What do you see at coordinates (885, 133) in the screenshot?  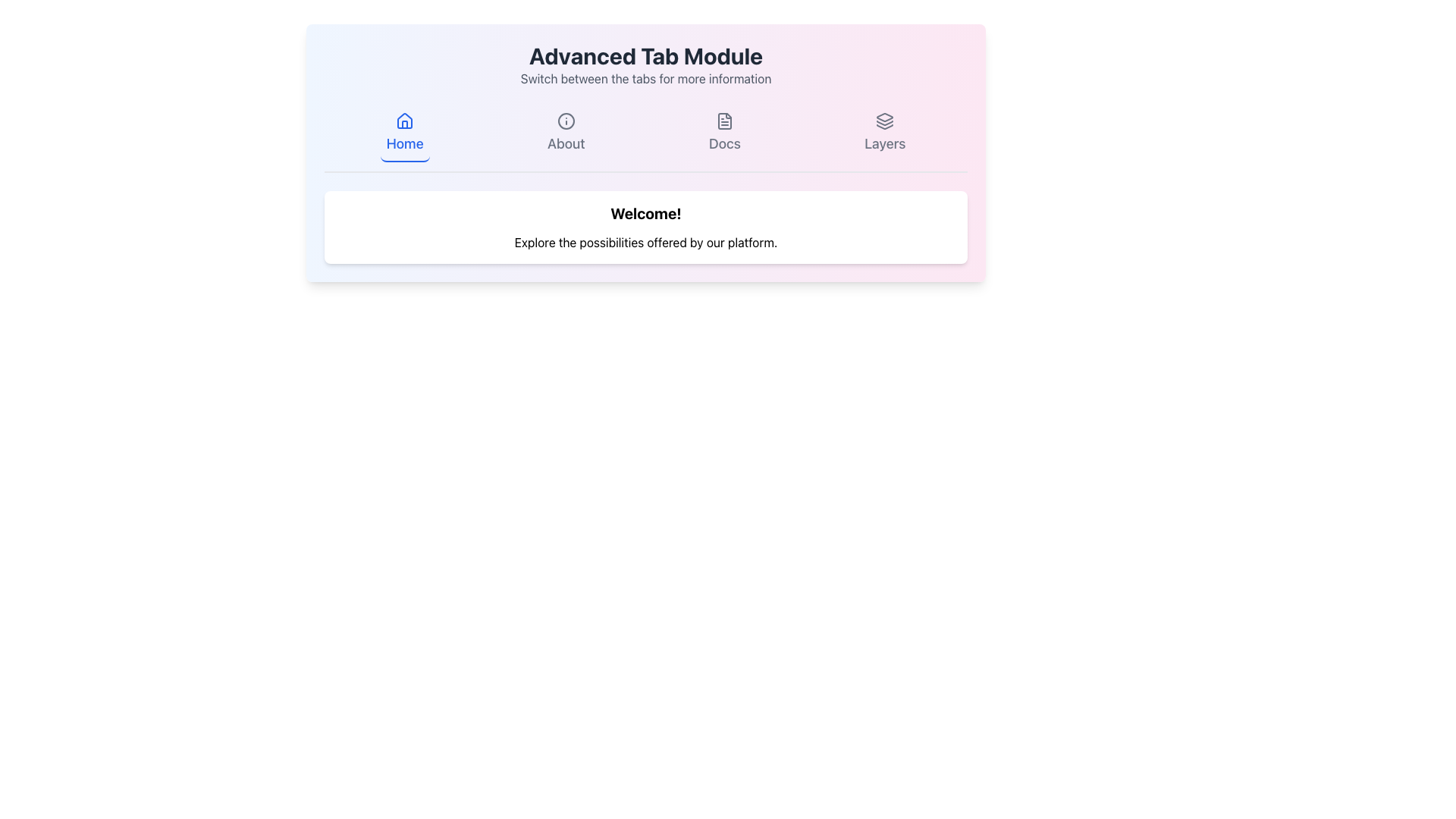 I see `keyboard navigation` at bounding box center [885, 133].